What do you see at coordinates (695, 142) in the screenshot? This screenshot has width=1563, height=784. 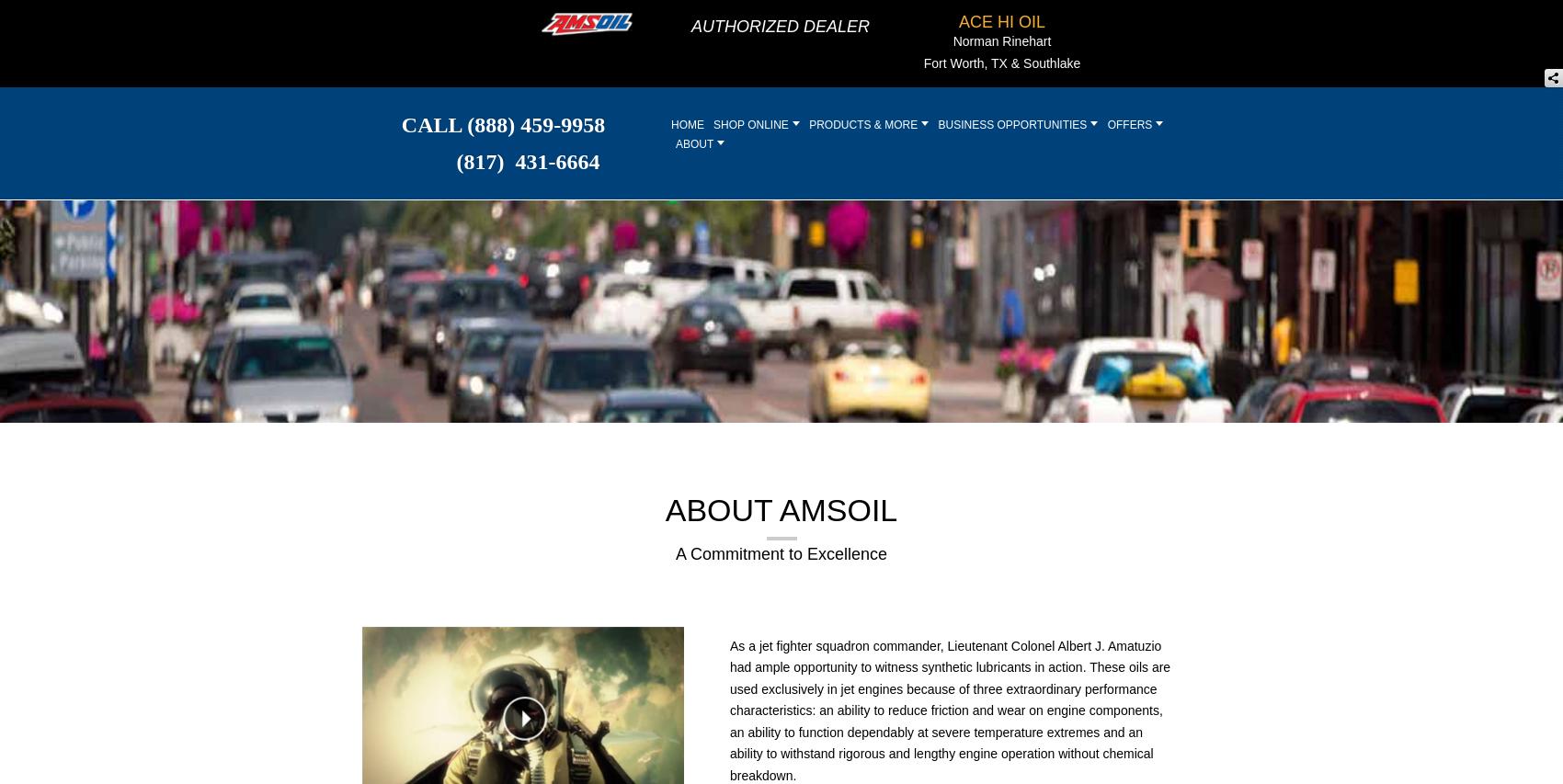 I see `'ABOUT'` at bounding box center [695, 142].